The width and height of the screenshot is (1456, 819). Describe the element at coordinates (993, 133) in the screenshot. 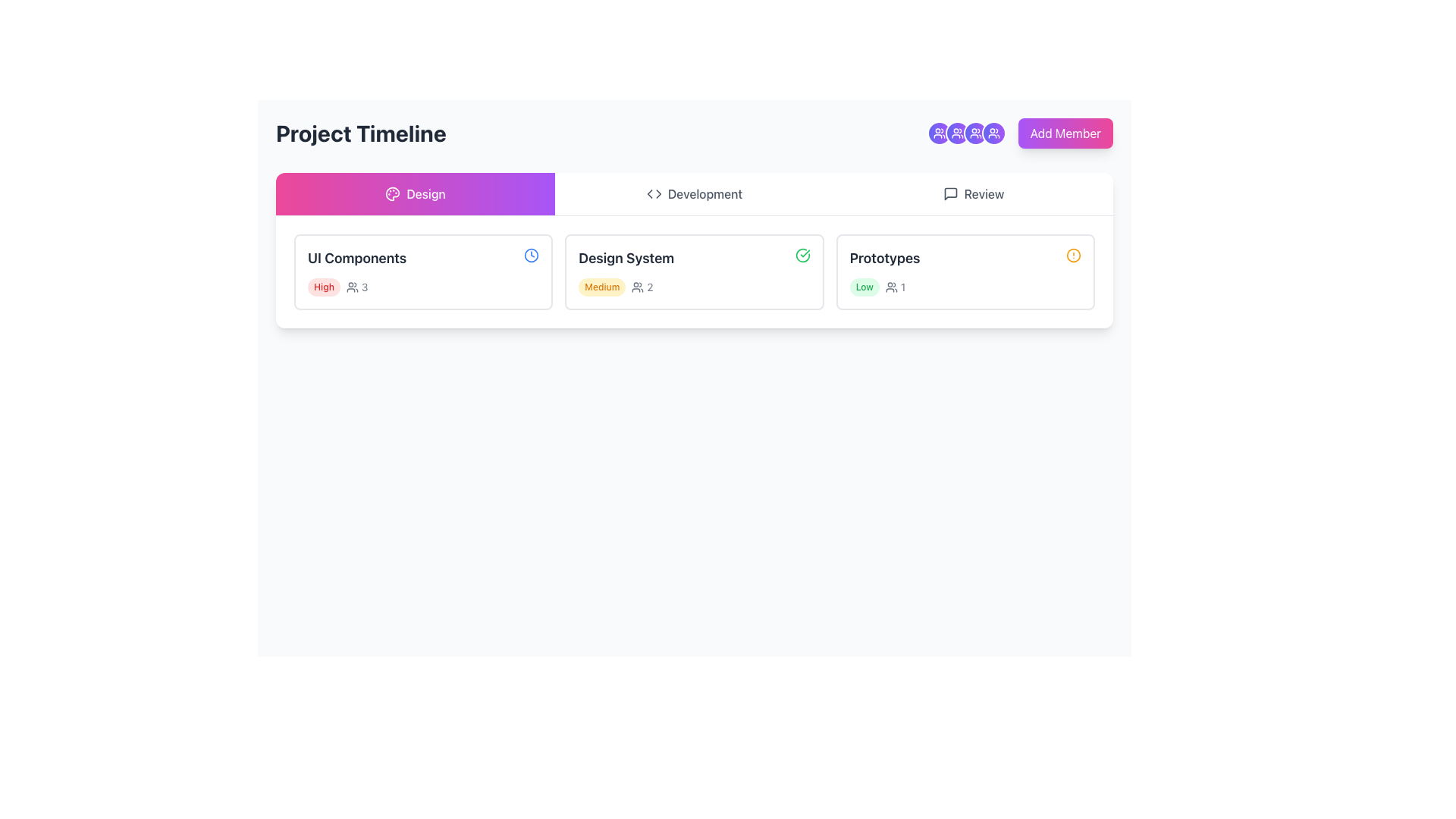

I see `circular icon featuring a gradient purple background and a white user group silhouette, which is the fourth in a horizontal sequence of user-related icons` at that location.